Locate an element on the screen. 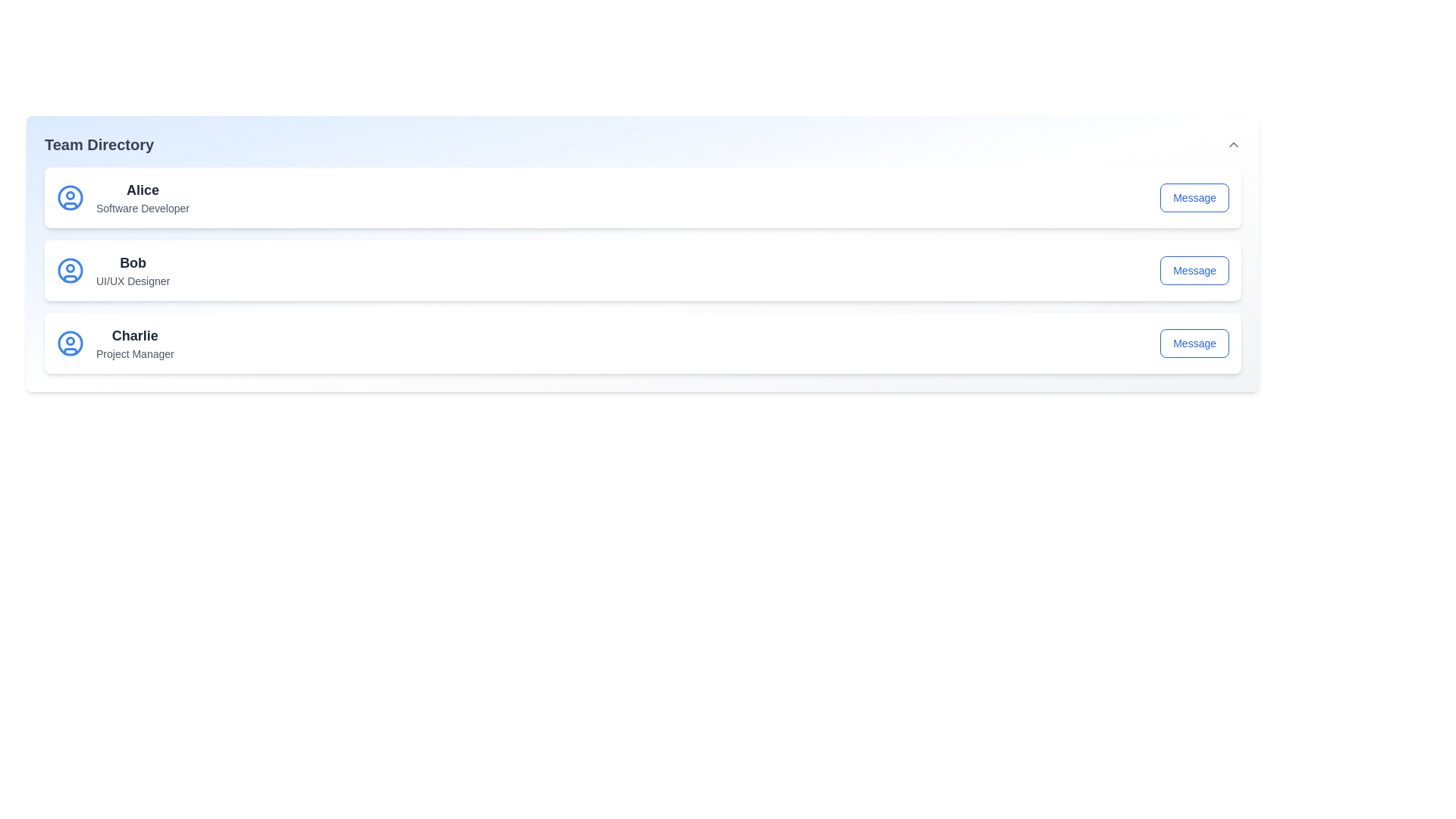 The height and width of the screenshot is (819, 1456). the text label displaying the name 'Charlie', which is styled in a larger font size and bold weight, to possibly see a tooltip or effects is located at coordinates (135, 335).